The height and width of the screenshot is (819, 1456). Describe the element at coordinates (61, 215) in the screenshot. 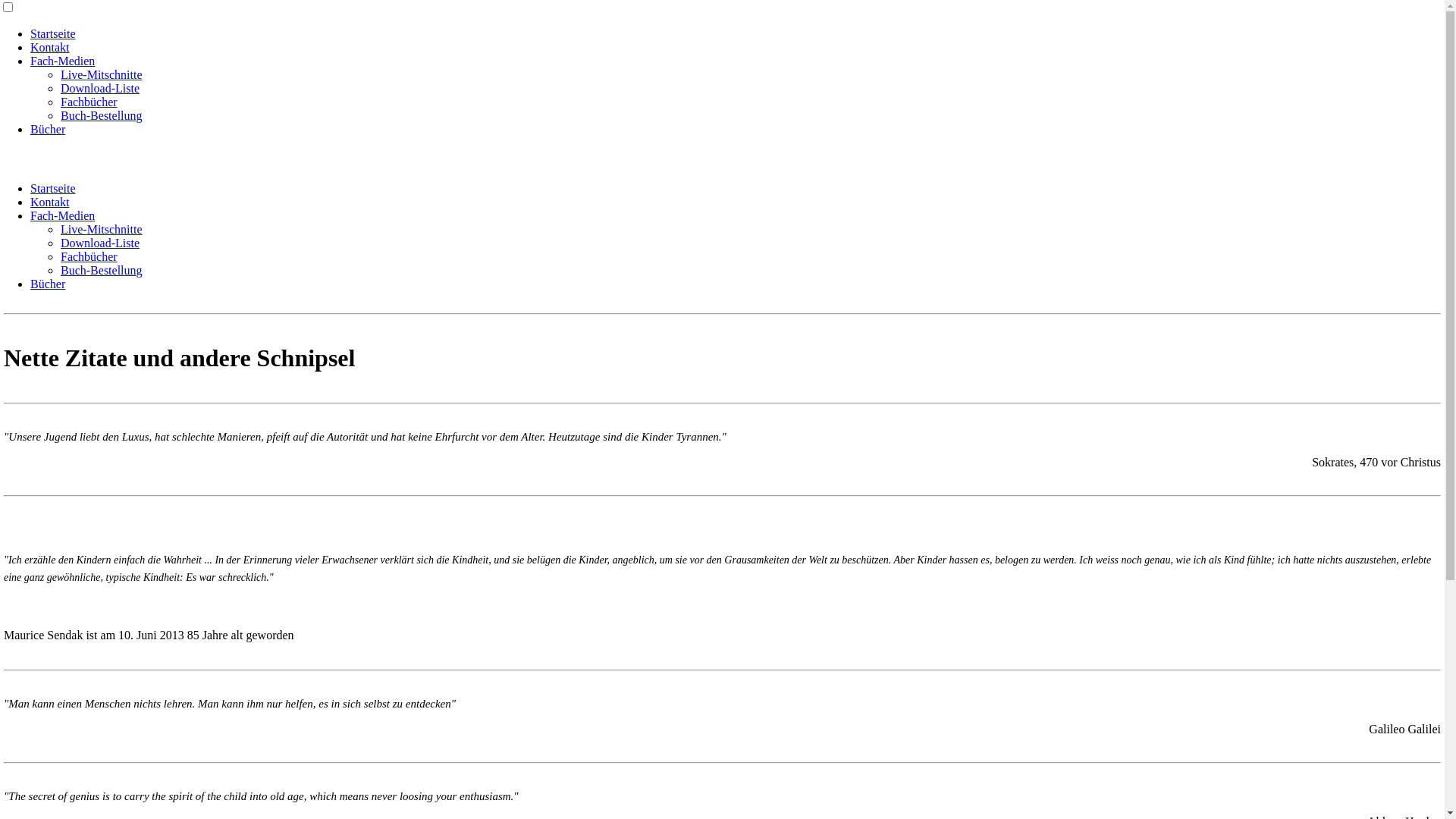

I see `'Fach-Medien'` at that location.